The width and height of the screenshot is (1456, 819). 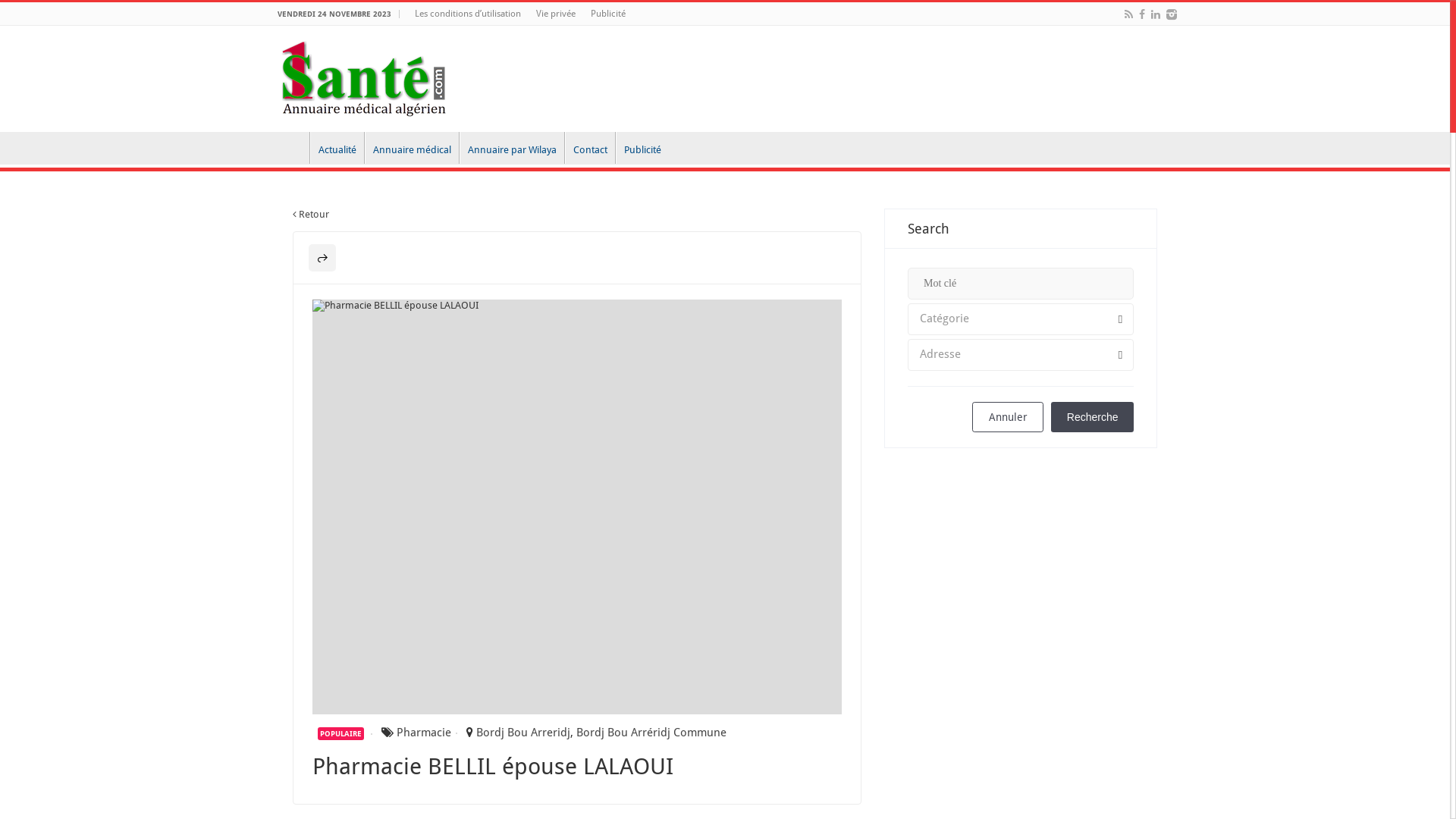 I want to click on 'Rss', so click(x=1128, y=14).